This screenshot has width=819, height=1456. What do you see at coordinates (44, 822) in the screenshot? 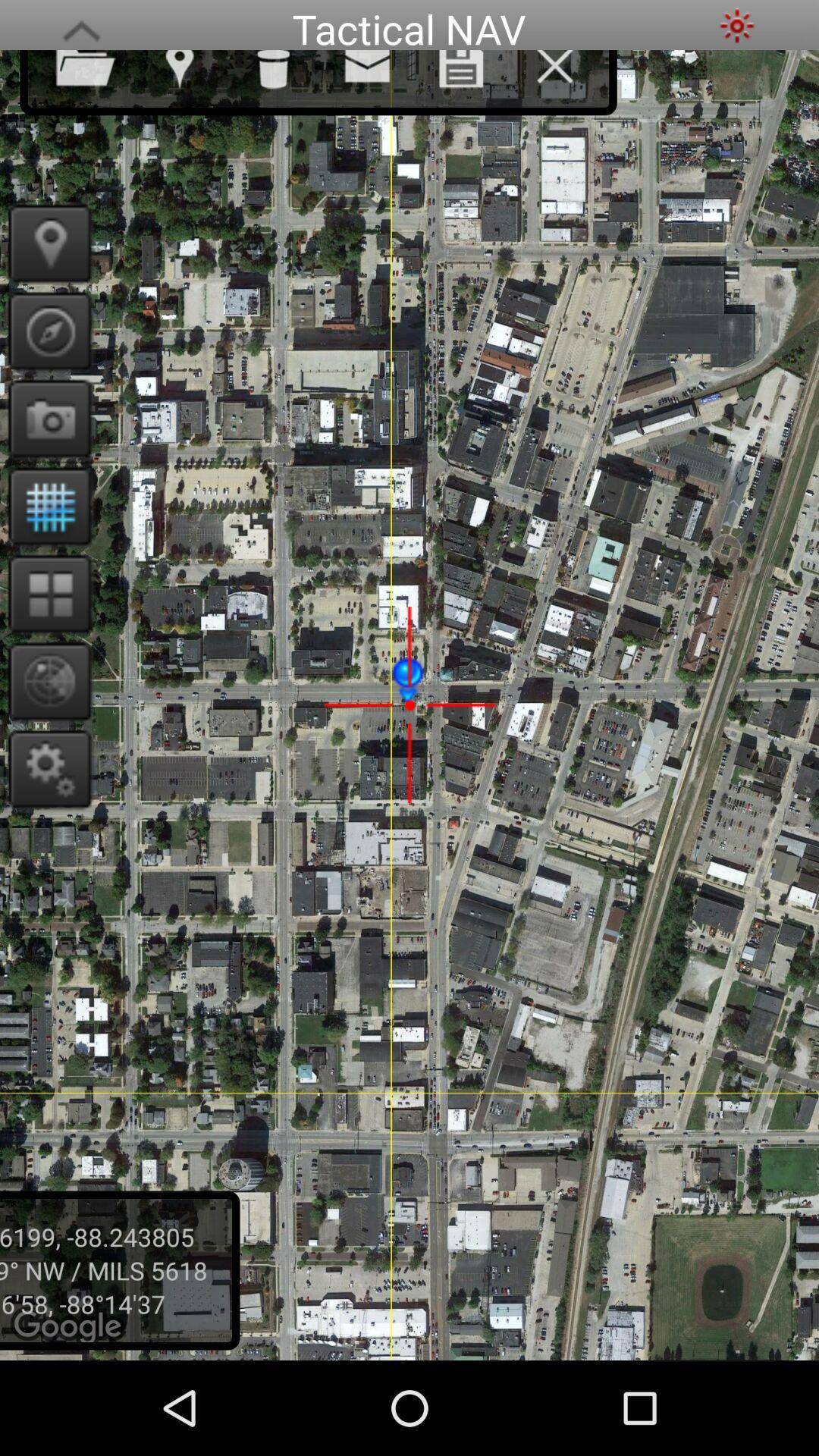
I see `the settings icon` at bounding box center [44, 822].